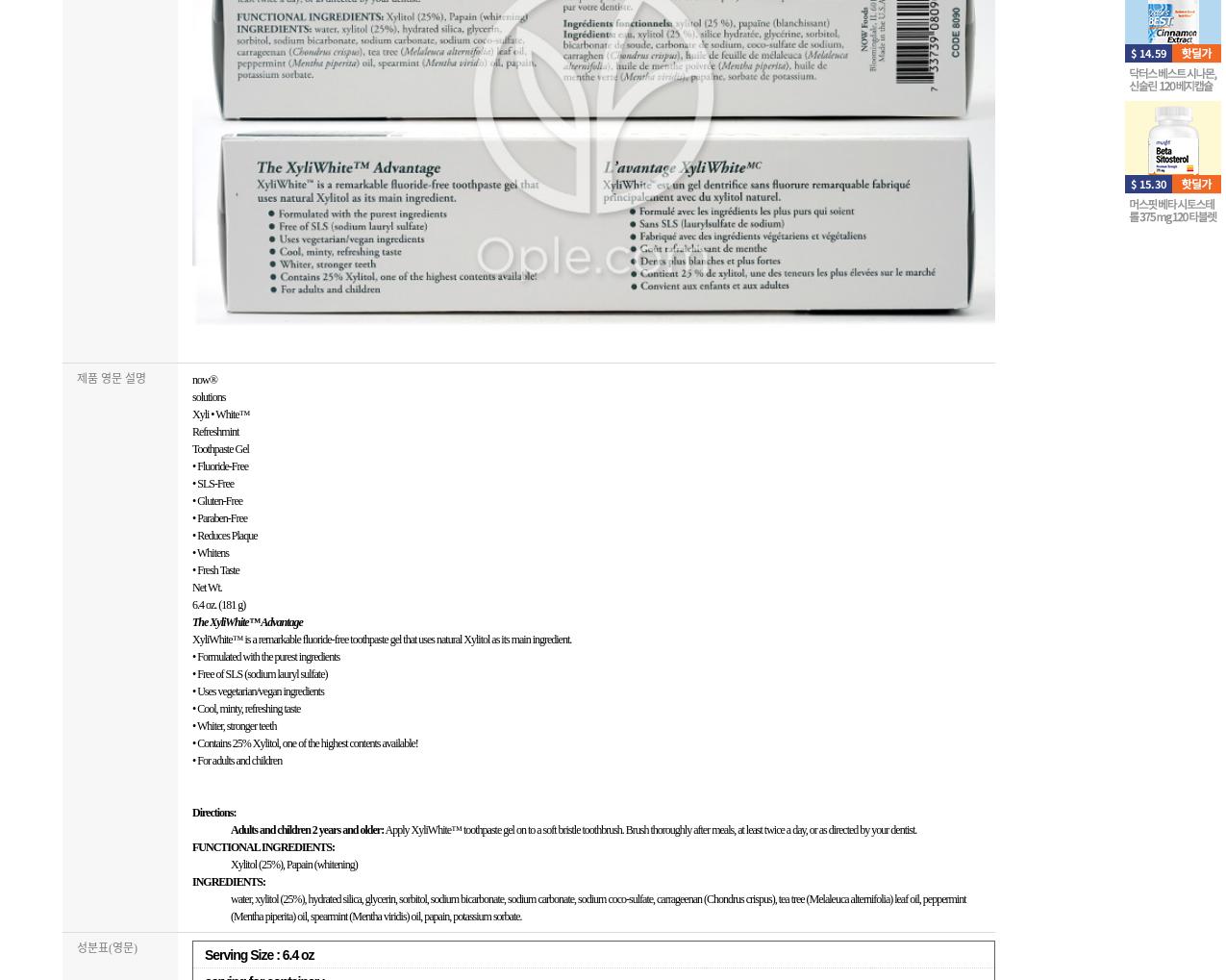 The height and width of the screenshot is (980, 1226). I want to click on '• Whiter, stronger teeth', so click(234, 724).